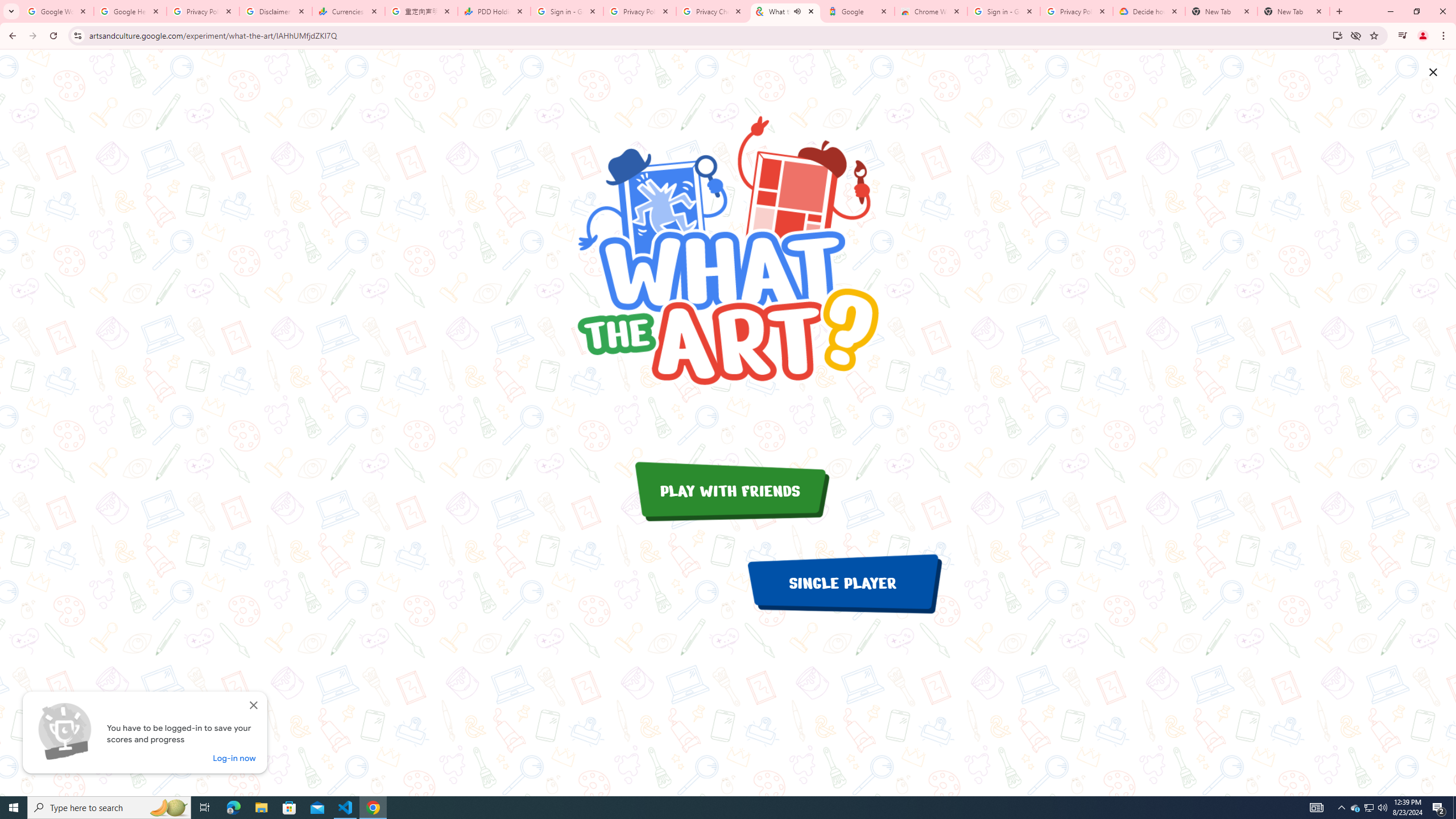 Image resolution: width=1456 pixels, height=819 pixels. I want to click on 'Currencies - Google Finance', so click(348, 11).